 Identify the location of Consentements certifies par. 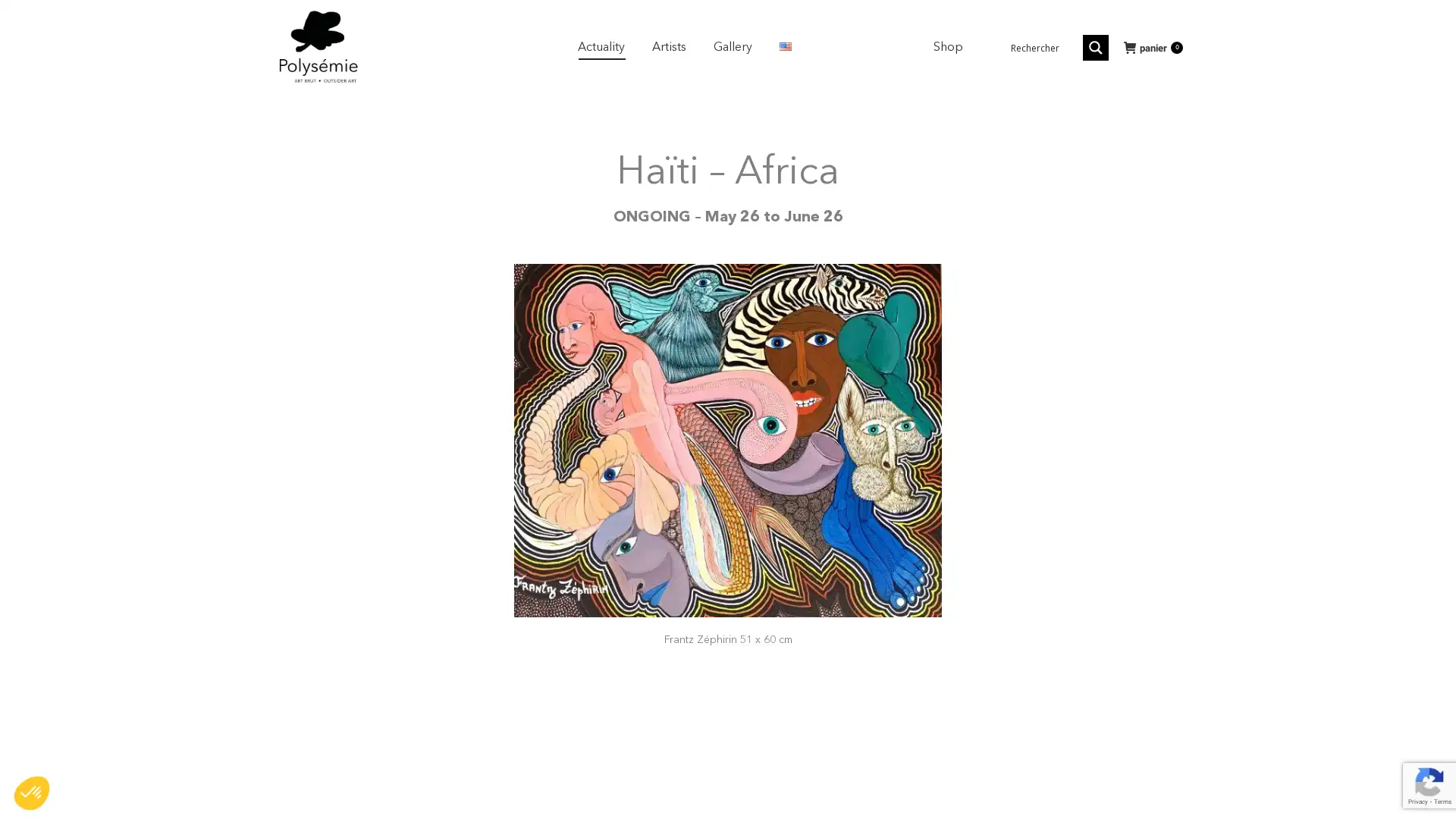
(174, 716).